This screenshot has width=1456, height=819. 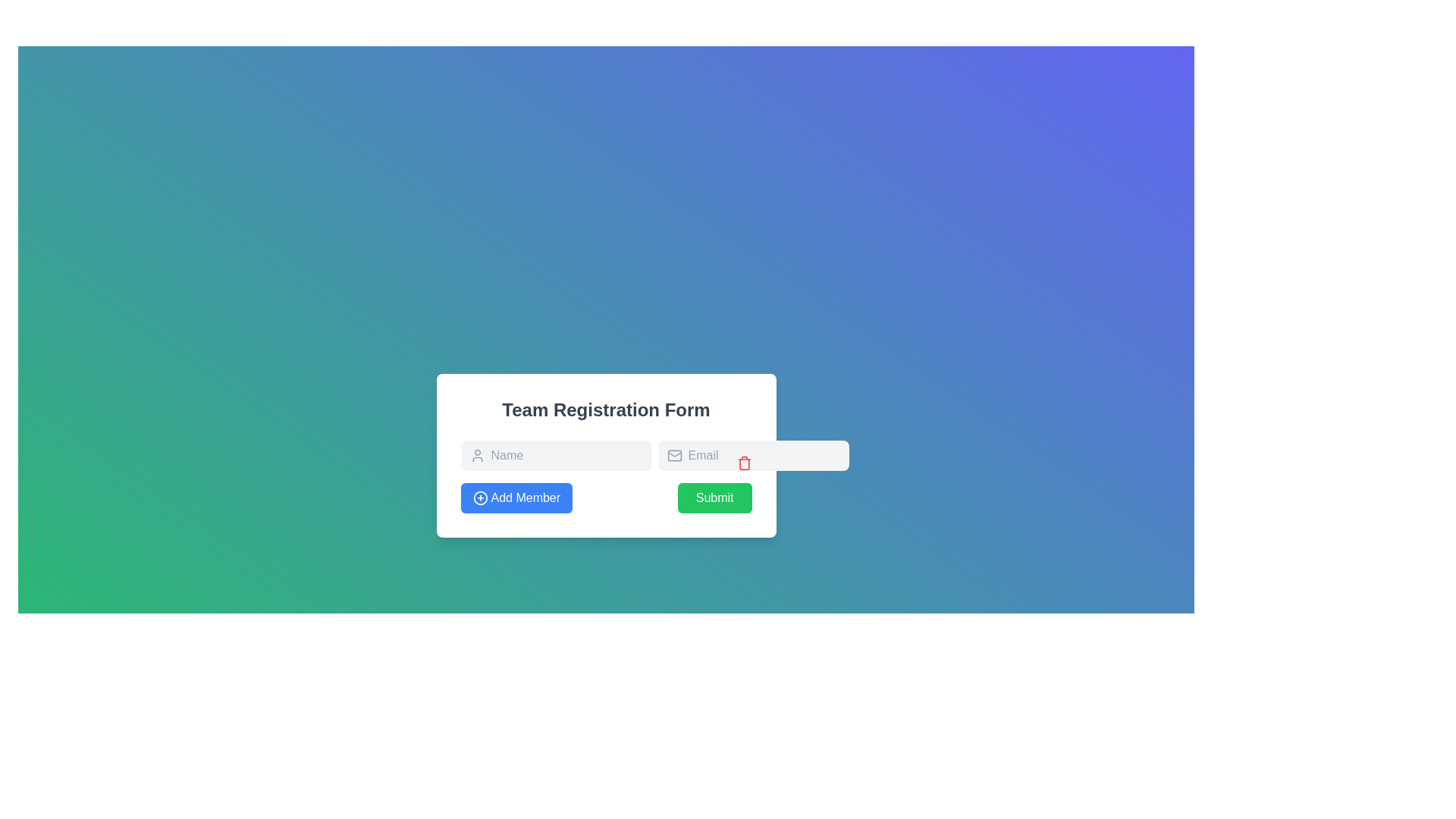 What do you see at coordinates (516, 497) in the screenshot?
I see `the 'Add Member' button, which is a blue rectangular button with white text and a '+' icon, located below the input fields of the 'Team Registration Form'` at bounding box center [516, 497].